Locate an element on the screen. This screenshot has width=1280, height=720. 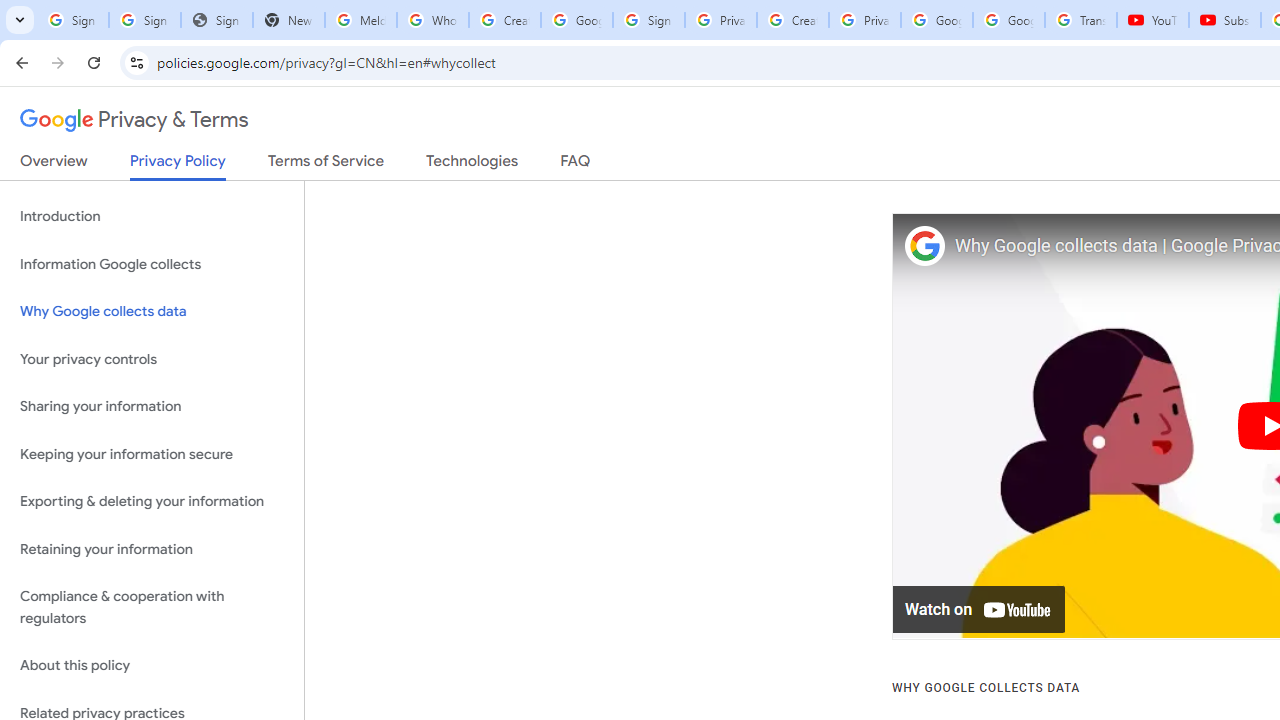
'New Tab' is located at coordinates (288, 20).